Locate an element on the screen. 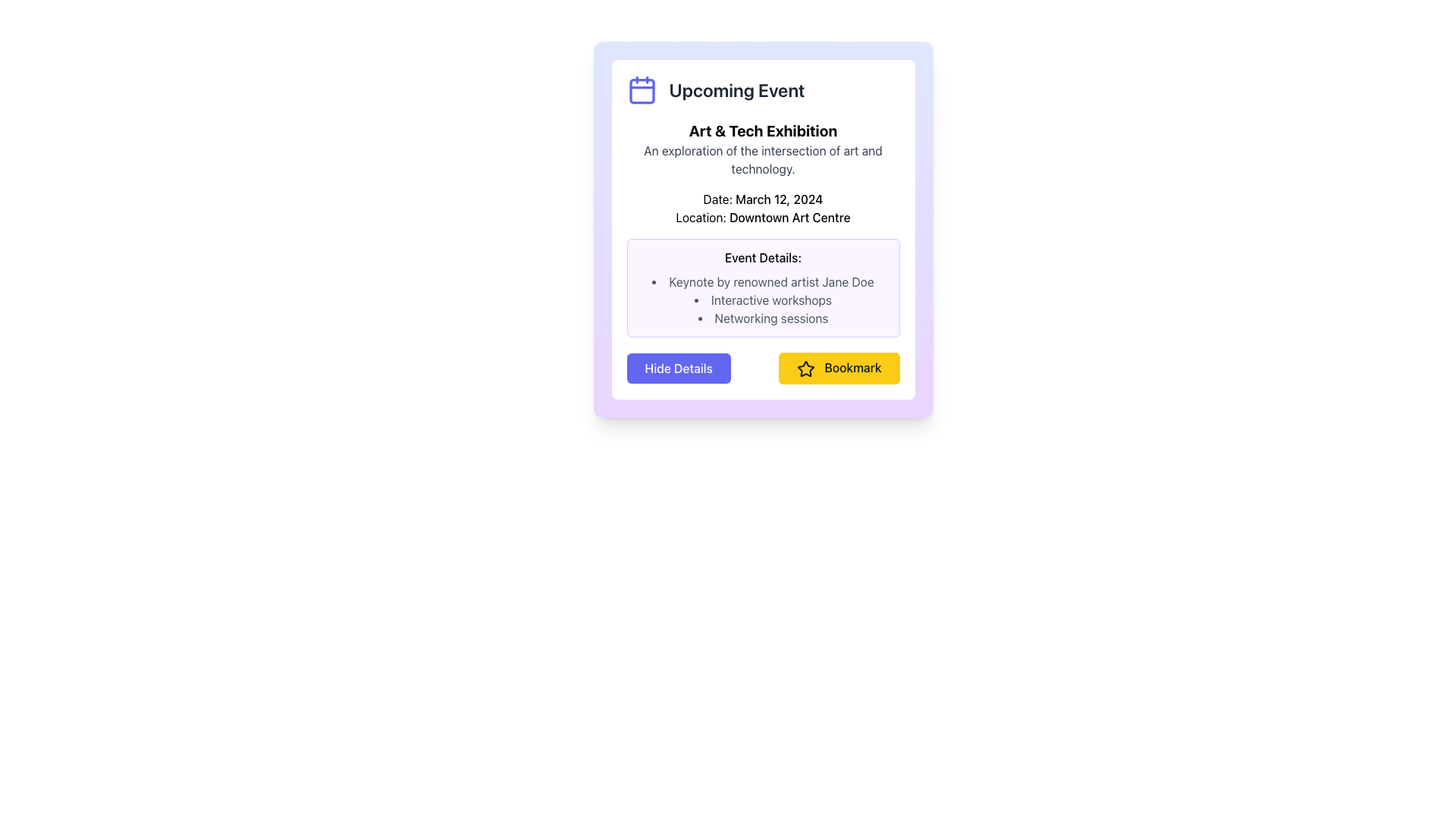 The image size is (1456, 819). the Text label that displays the specific date of the event, located centrally below the title and description in the 'Date' section is located at coordinates (779, 198).